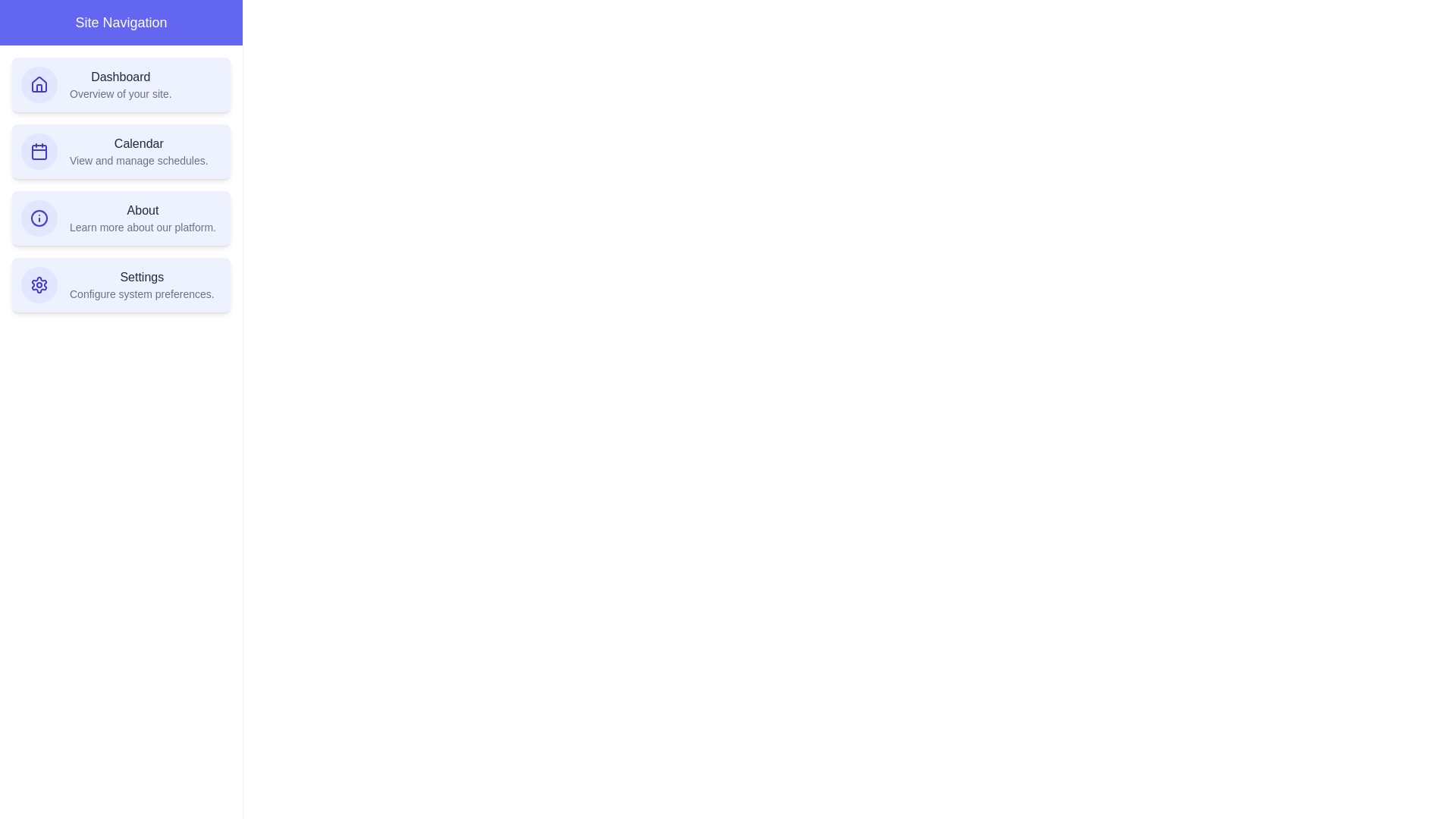 The image size is (1456, 819). Describe the element at coordinates (120, 218) in the screenshot. I see `the navigation item corresponding to About` at that location.